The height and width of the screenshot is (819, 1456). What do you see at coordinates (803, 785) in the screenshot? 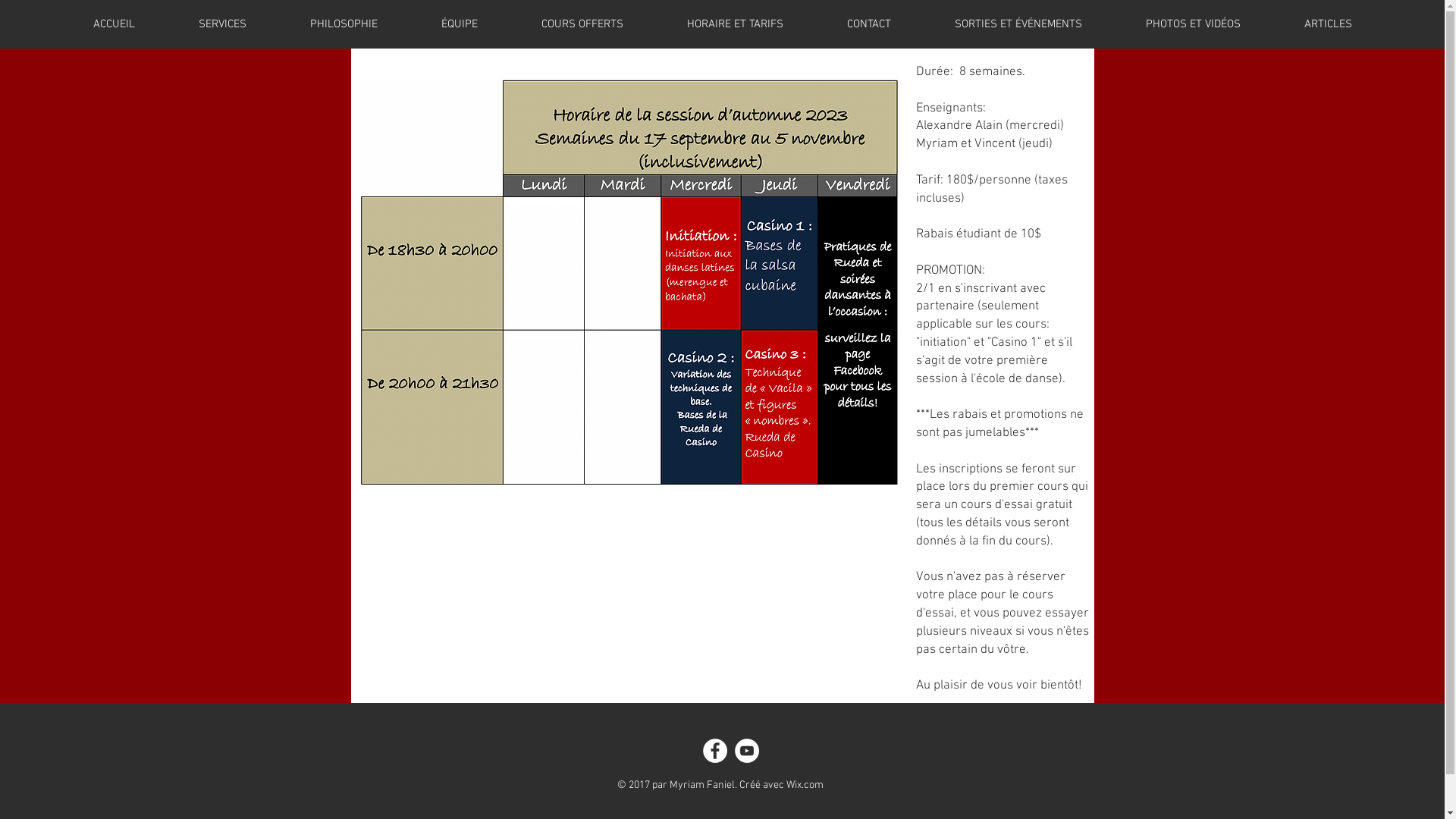
I see `'Wix.com'` at bounding box center [803, 785].